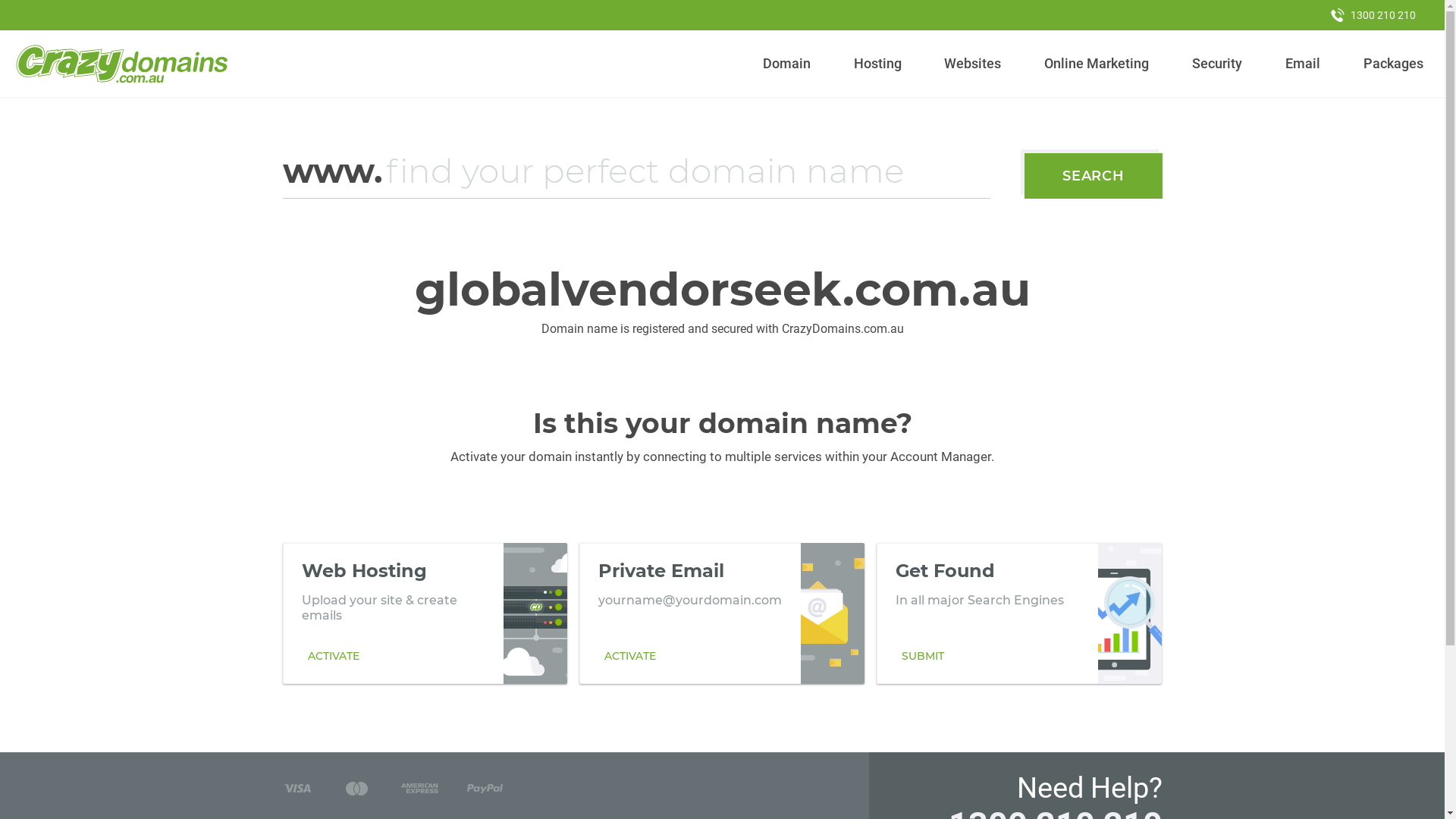 This screenshot has height=819, width=1456. What do you see at coordinates (425, 613) in the screenshot?
I see `'Web Hosting` at bounding box center [425, 613].